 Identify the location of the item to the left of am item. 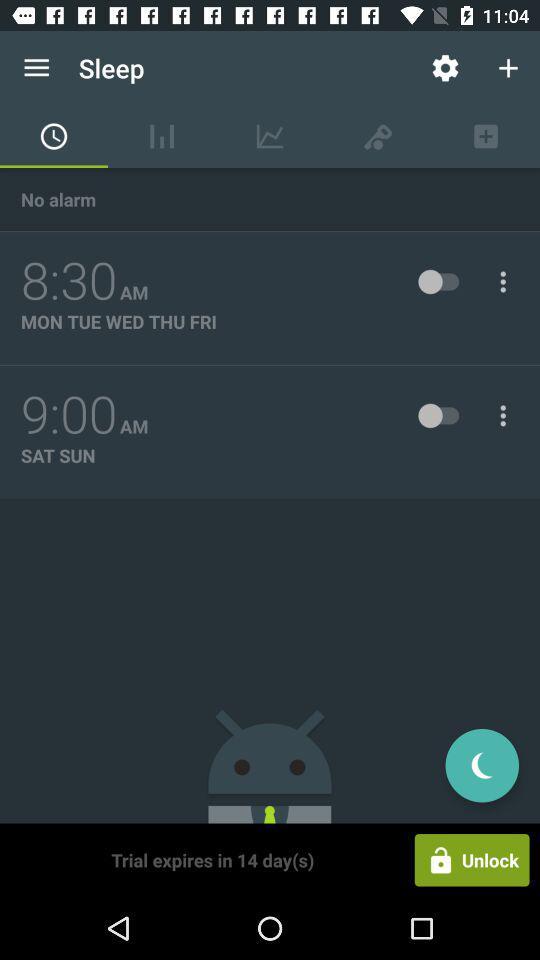
(68, 414).